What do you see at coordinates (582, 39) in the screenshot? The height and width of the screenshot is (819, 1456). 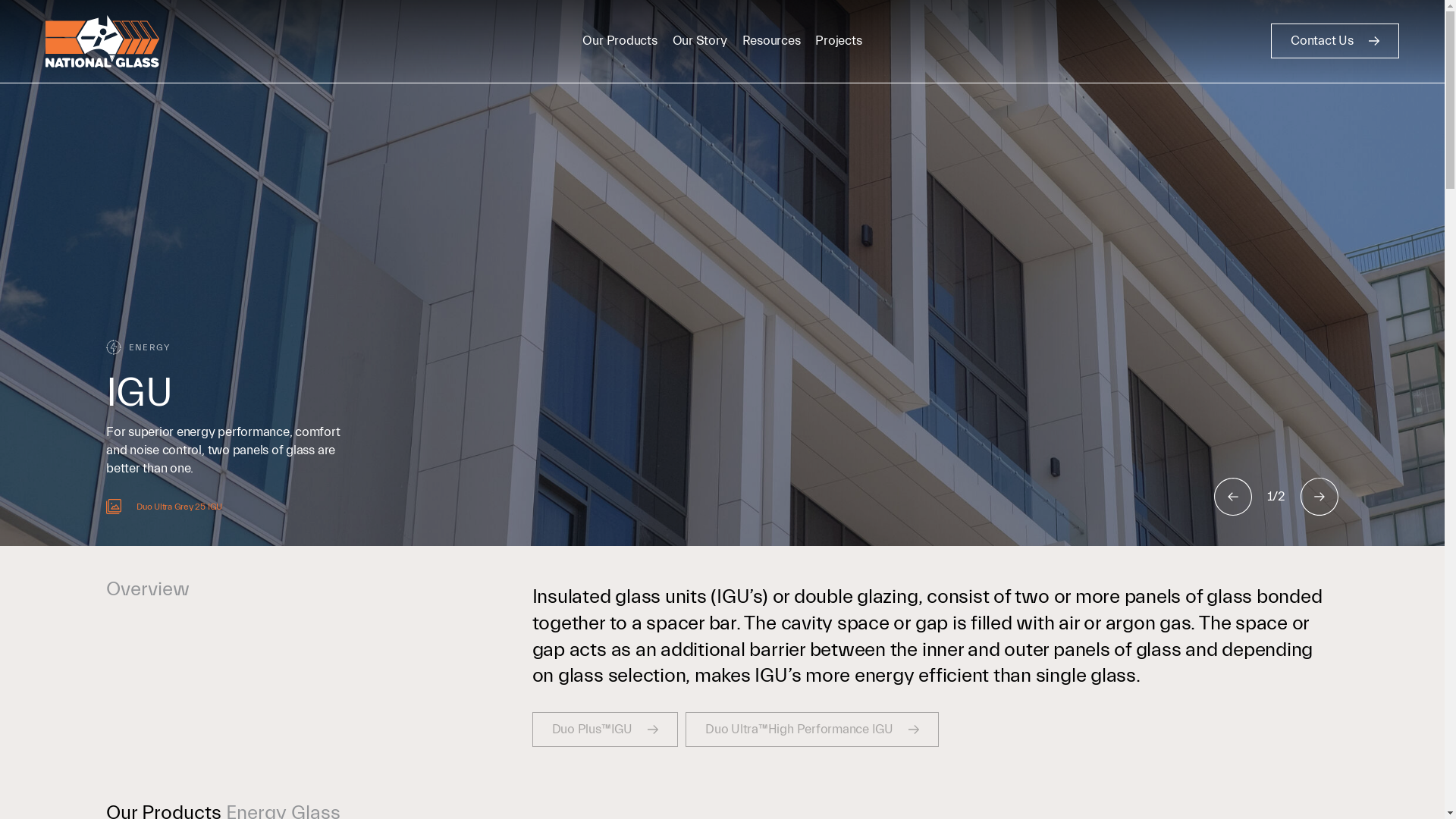 I see `'Our Products'` at bounding box center [582, 39].